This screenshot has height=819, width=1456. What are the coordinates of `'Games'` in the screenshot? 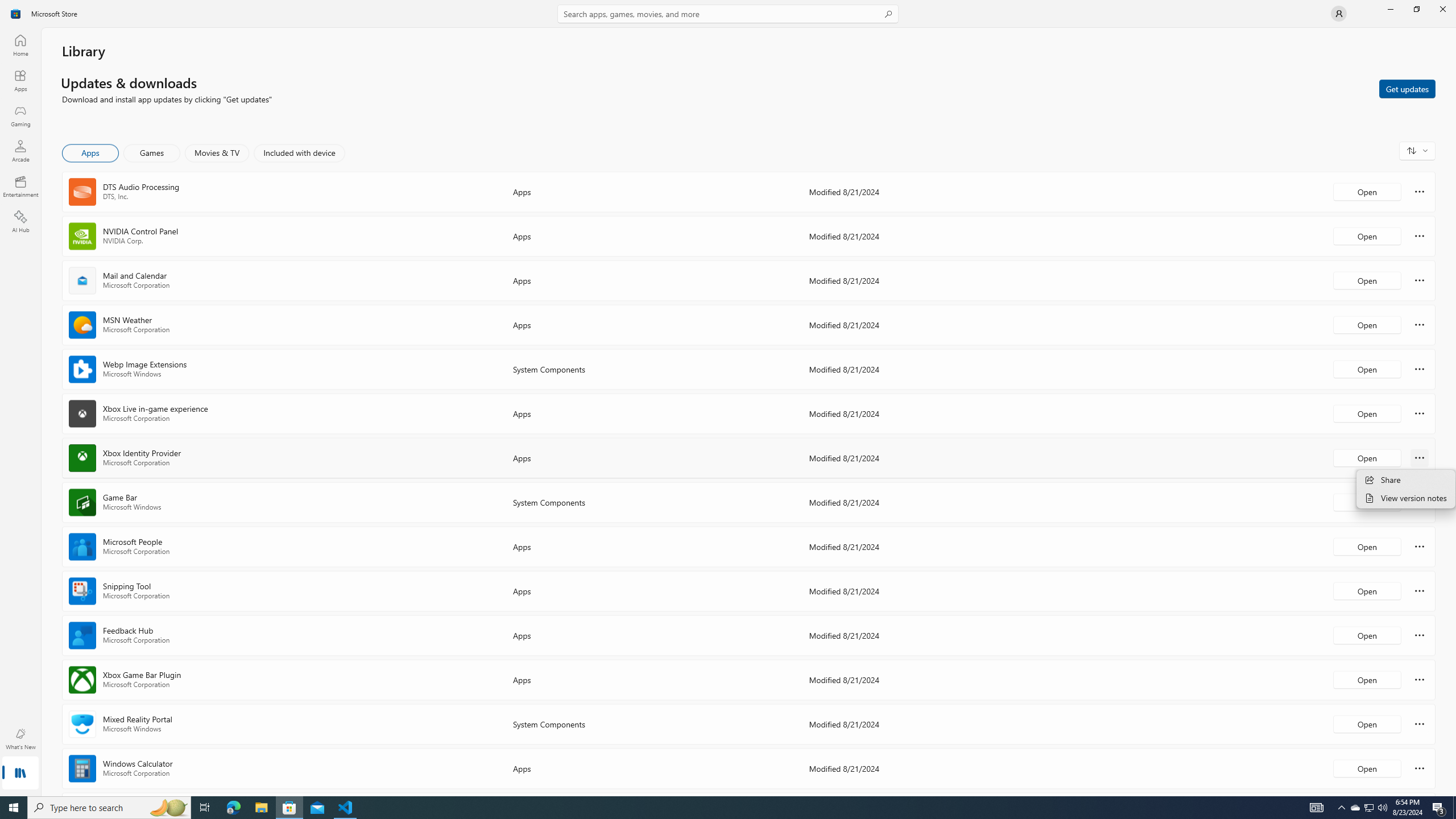 It's located at (151, 152).